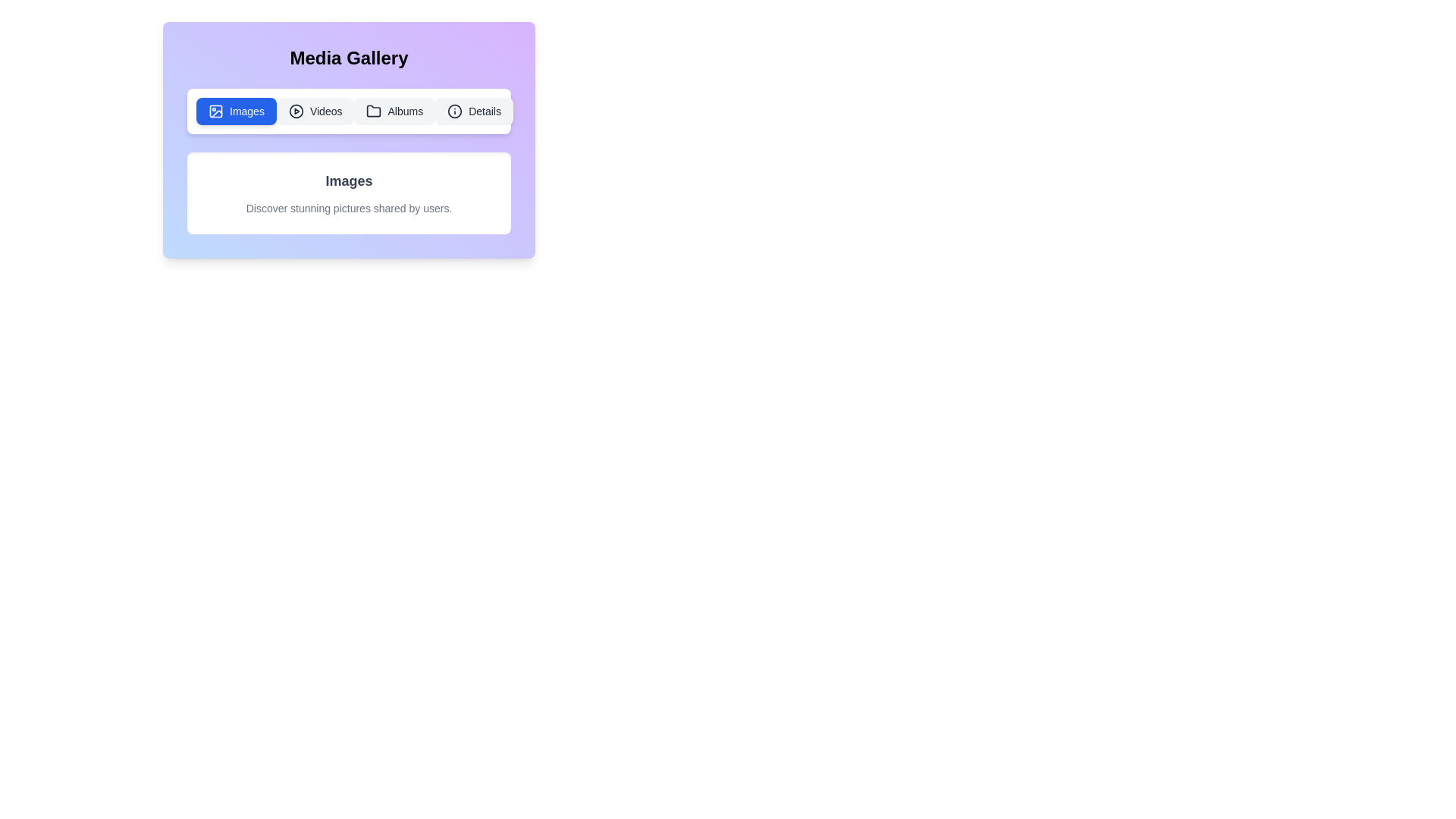 This screenshot has height=819, width=1456. Describe the element at coordinates (473, 110) in the screenshot. I see `the Details tab by clicking on its respective button` at that location.